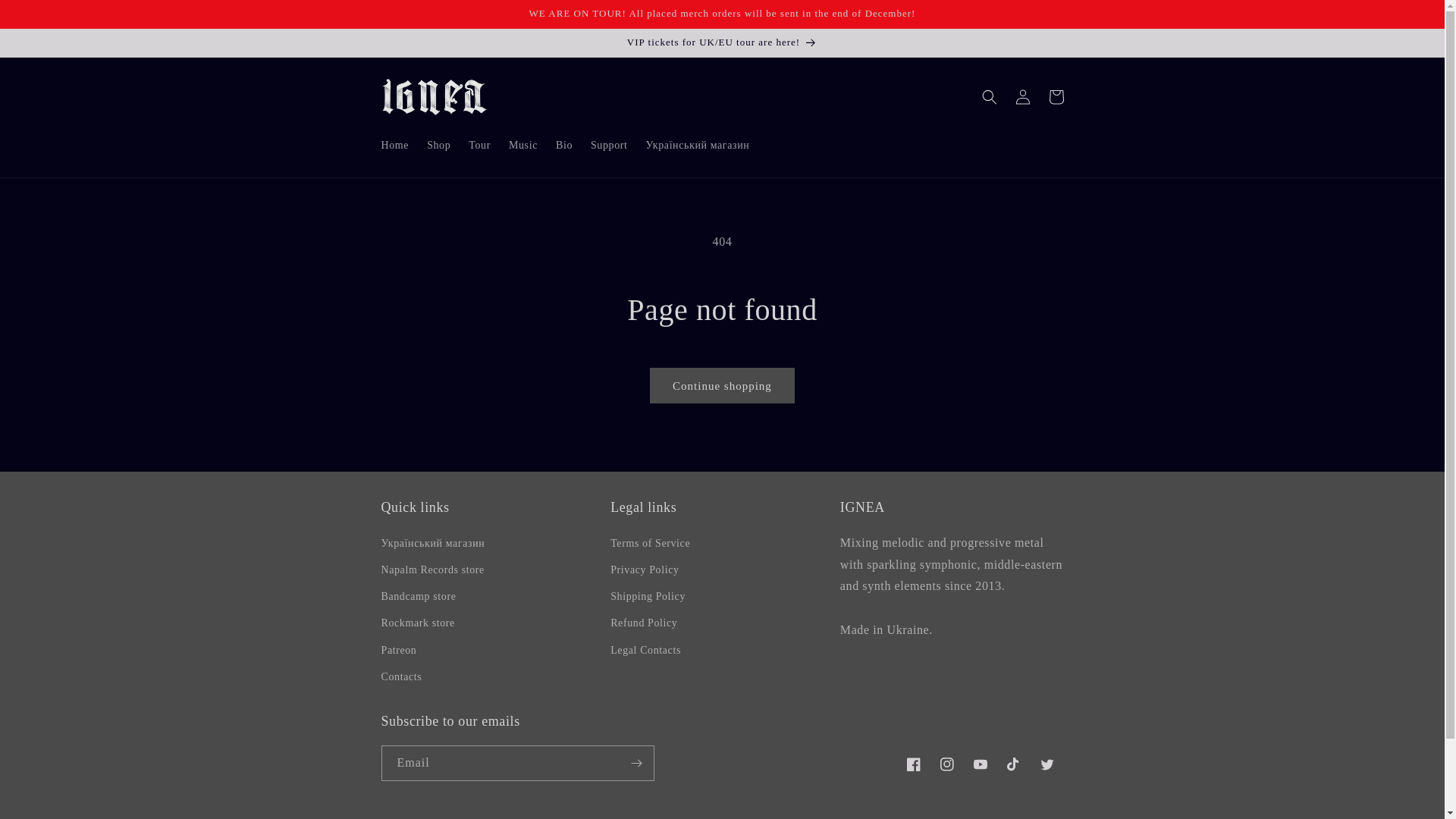  What do you see at coordinates (644, 570) in the screenshot?
I see `'Privacy Policy'` at bounding box center [644, 570].